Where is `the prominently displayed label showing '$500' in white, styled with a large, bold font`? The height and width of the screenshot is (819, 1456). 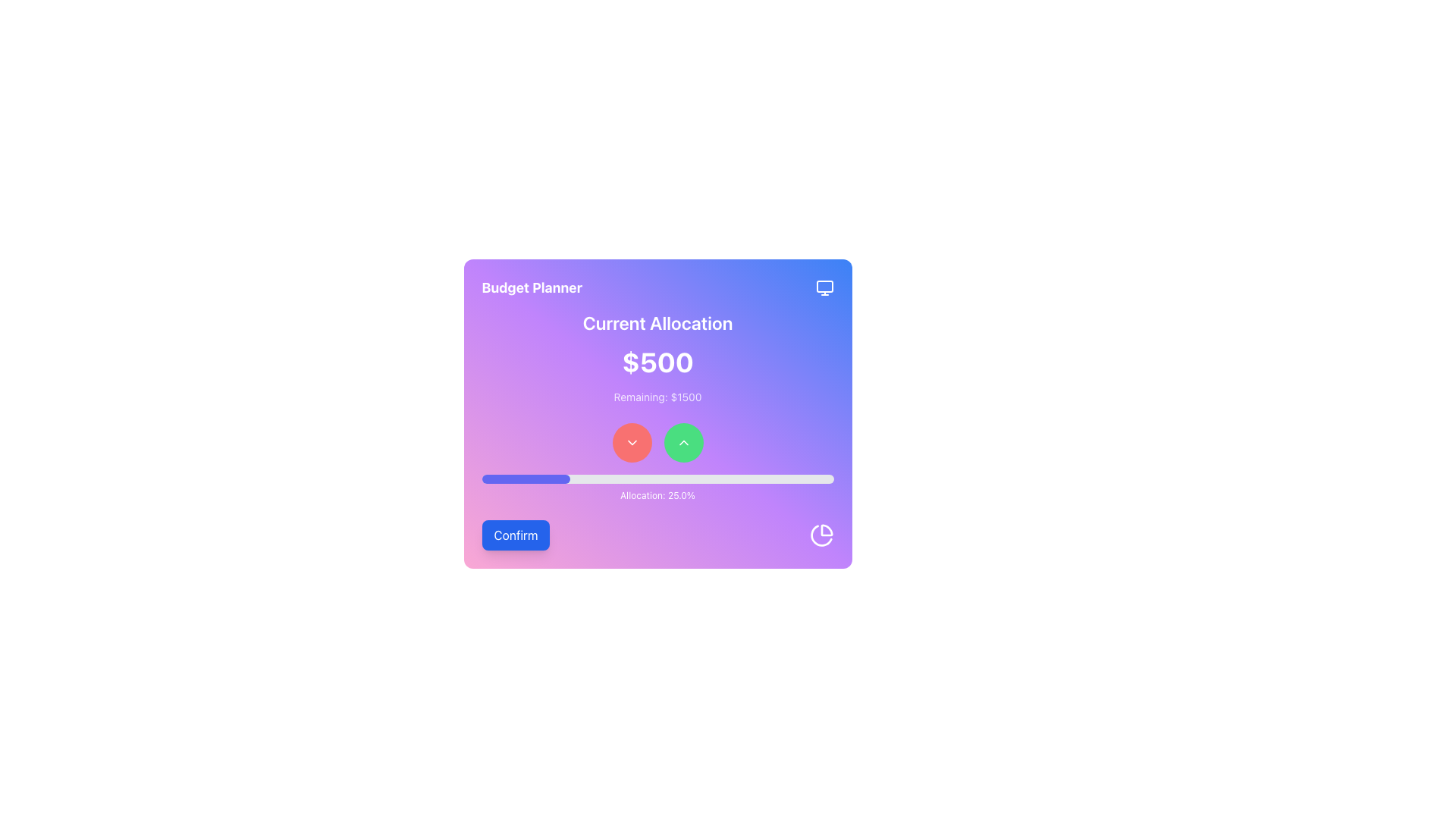
the prominently displayed label showing '$500' in white, styled with a large, bold font is located at coordinates (657, 362).